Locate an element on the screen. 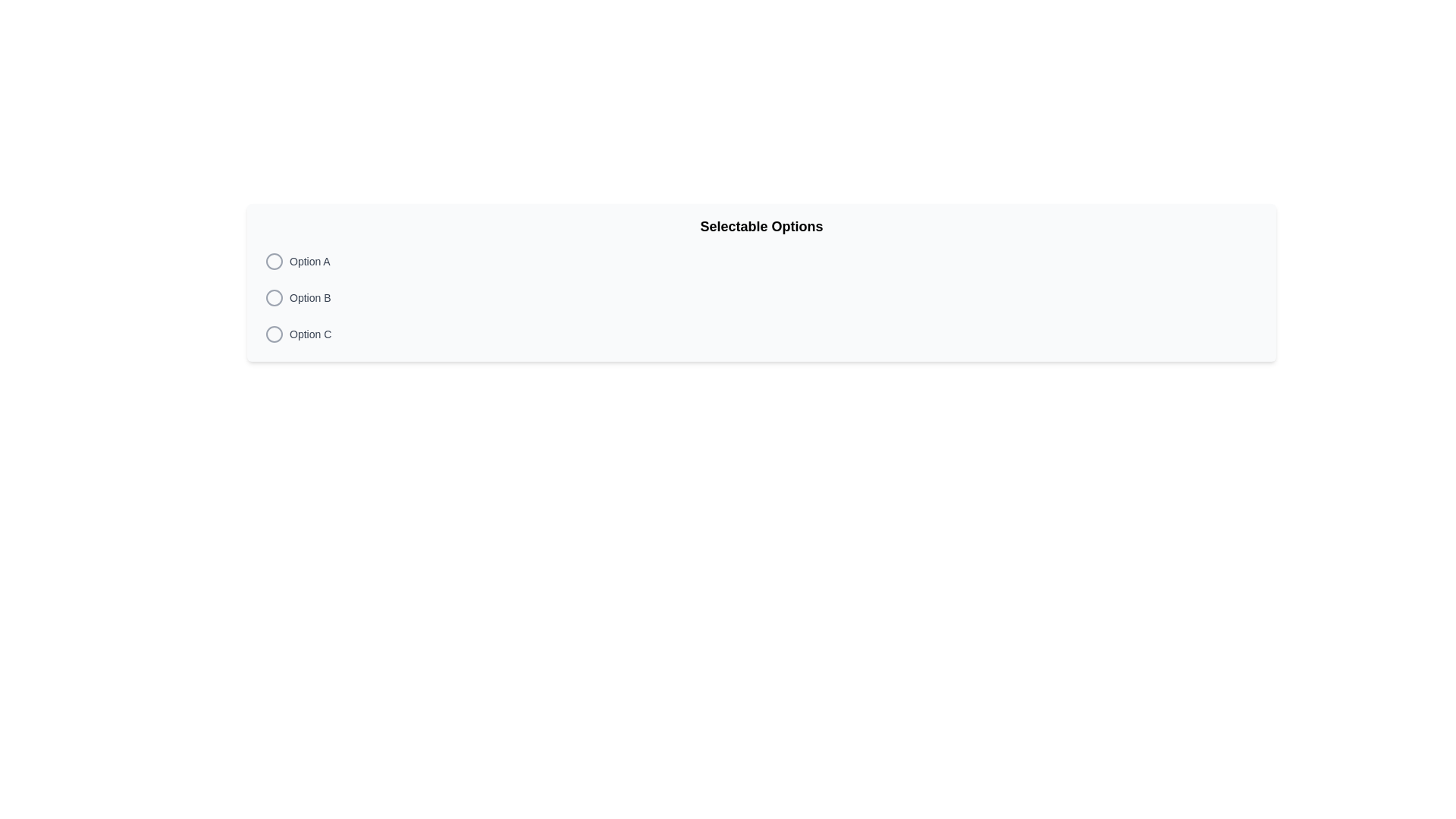  the radio button for 'Option B' is located at coordinates (274, 298).